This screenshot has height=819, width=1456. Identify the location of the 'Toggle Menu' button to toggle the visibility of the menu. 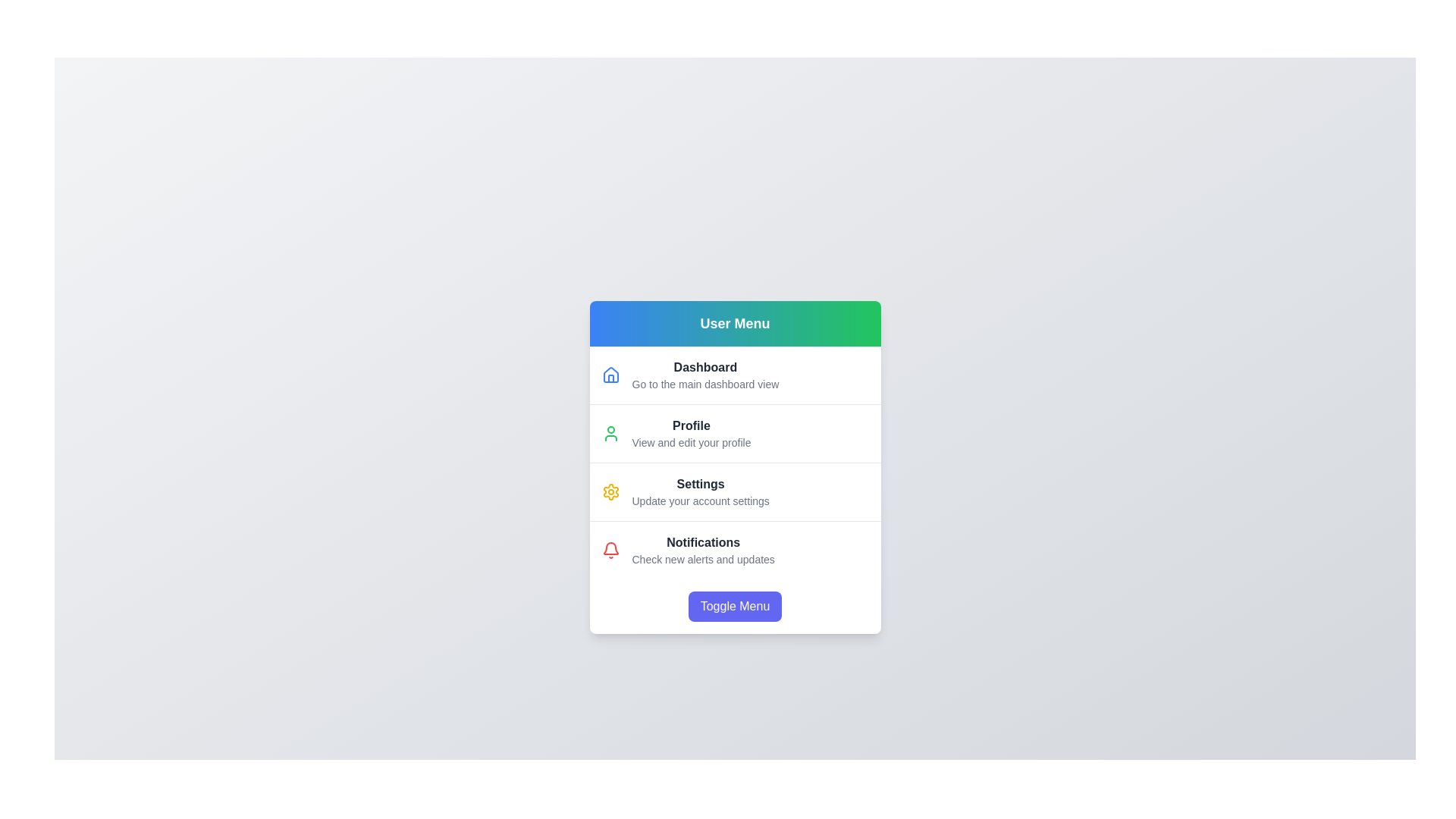
(735, 605).